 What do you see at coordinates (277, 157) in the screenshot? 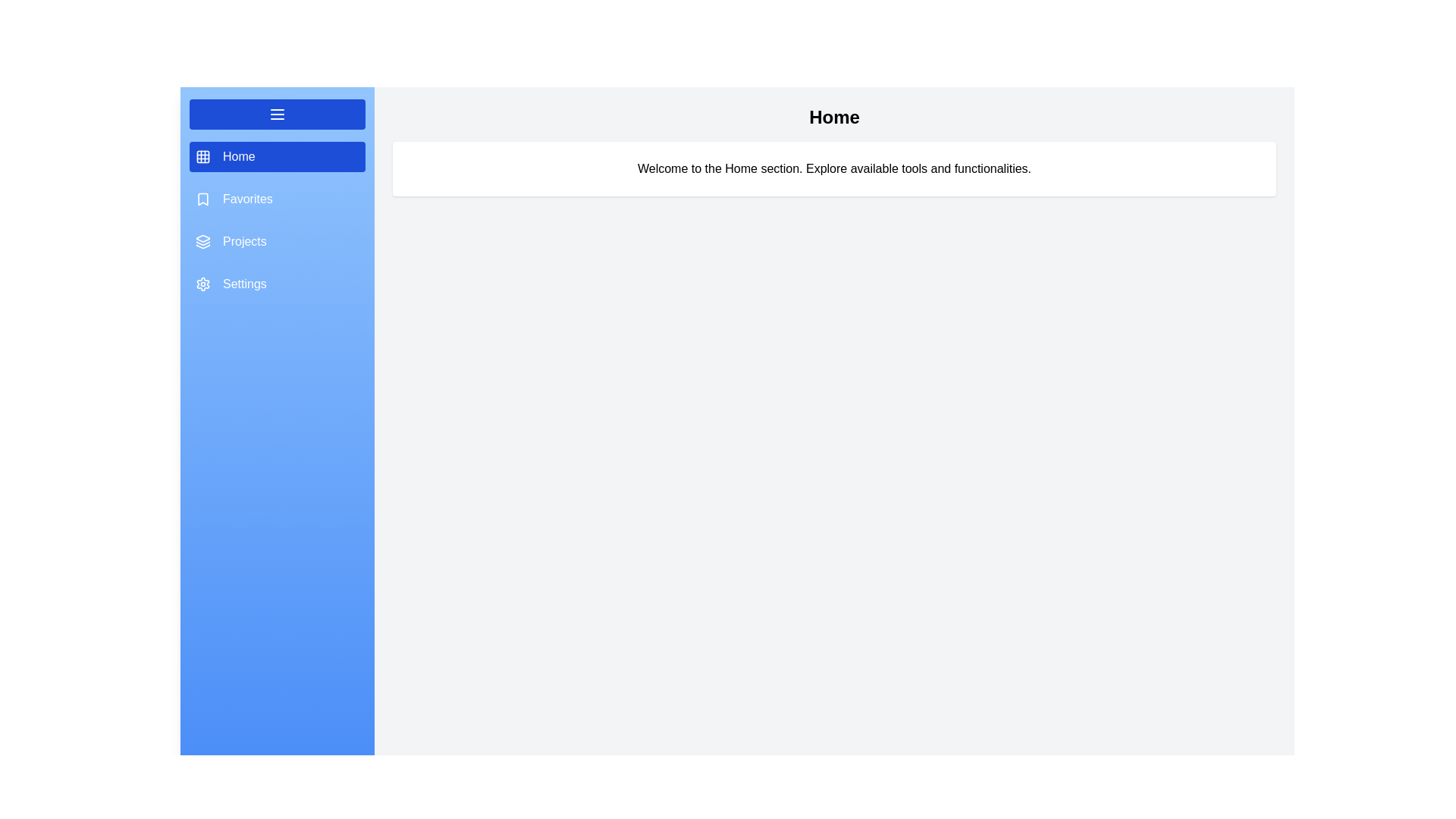
I see `the section Home from the menu` at bounding box center [277, 157].